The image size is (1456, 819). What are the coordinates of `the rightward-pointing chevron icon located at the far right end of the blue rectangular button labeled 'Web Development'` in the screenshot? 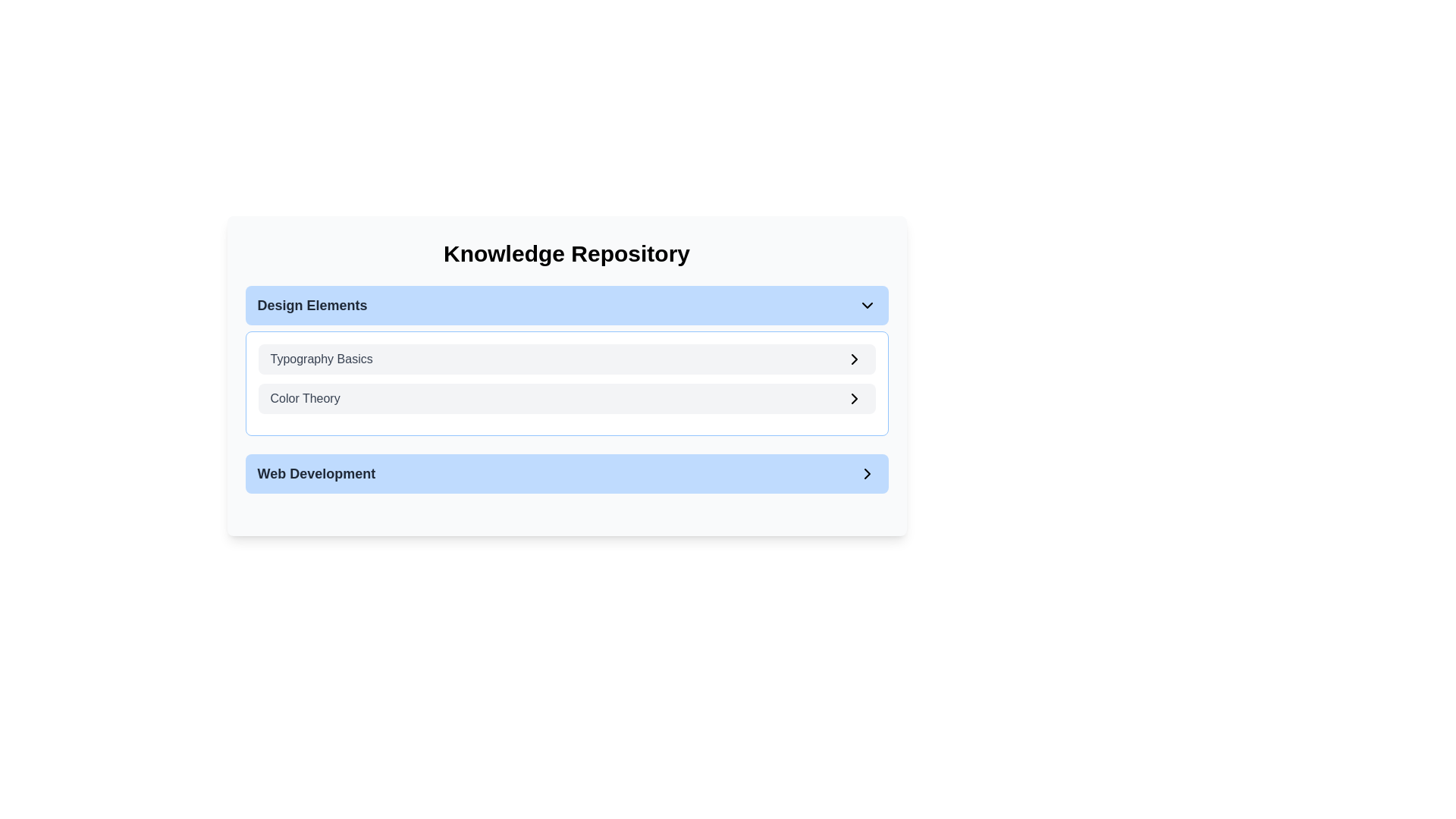 It's located at (867, 472).